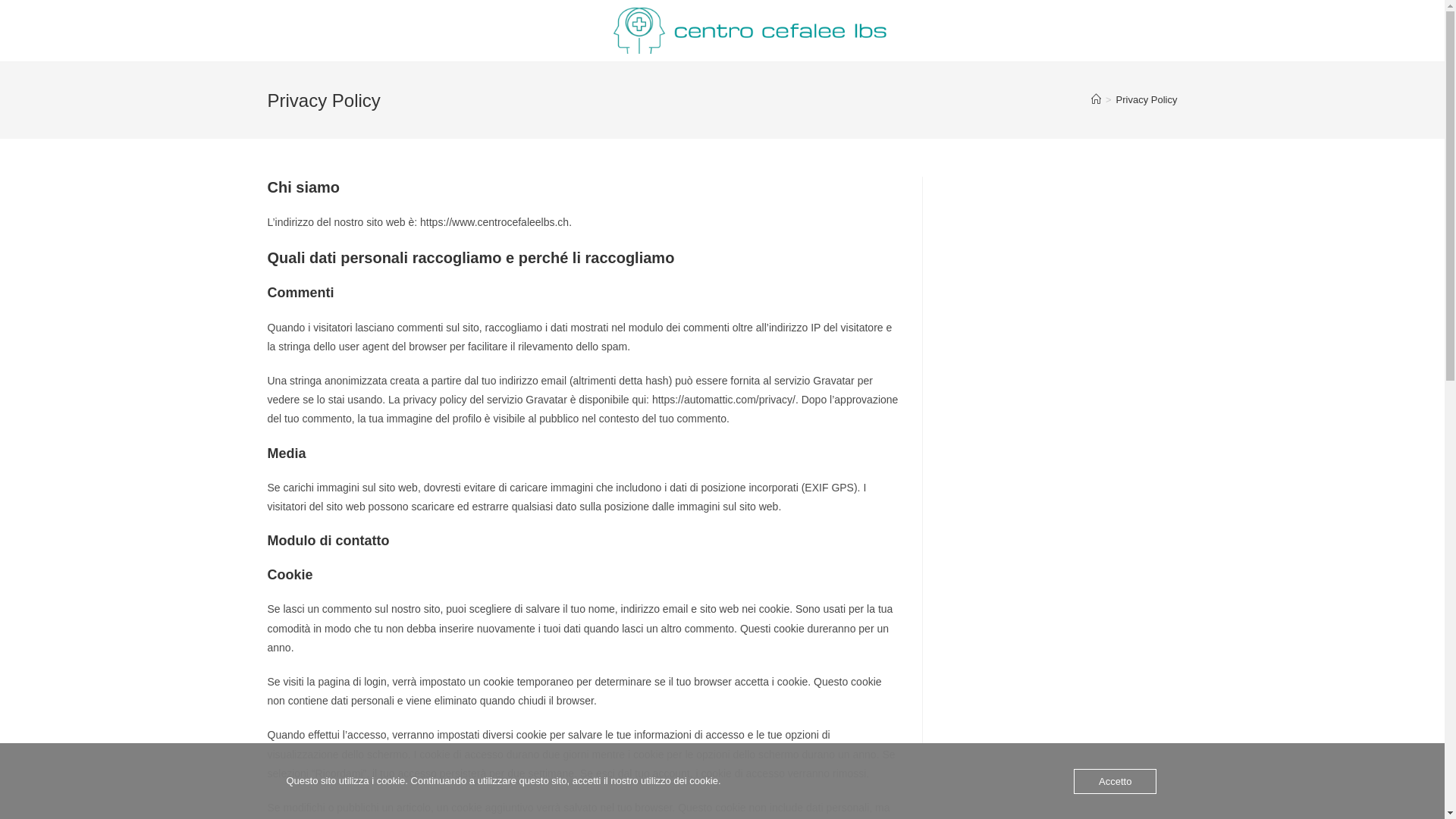 This screenshot has width=1456, height=819. I want to click on 'Privacy Policy', so click(1116, 99).